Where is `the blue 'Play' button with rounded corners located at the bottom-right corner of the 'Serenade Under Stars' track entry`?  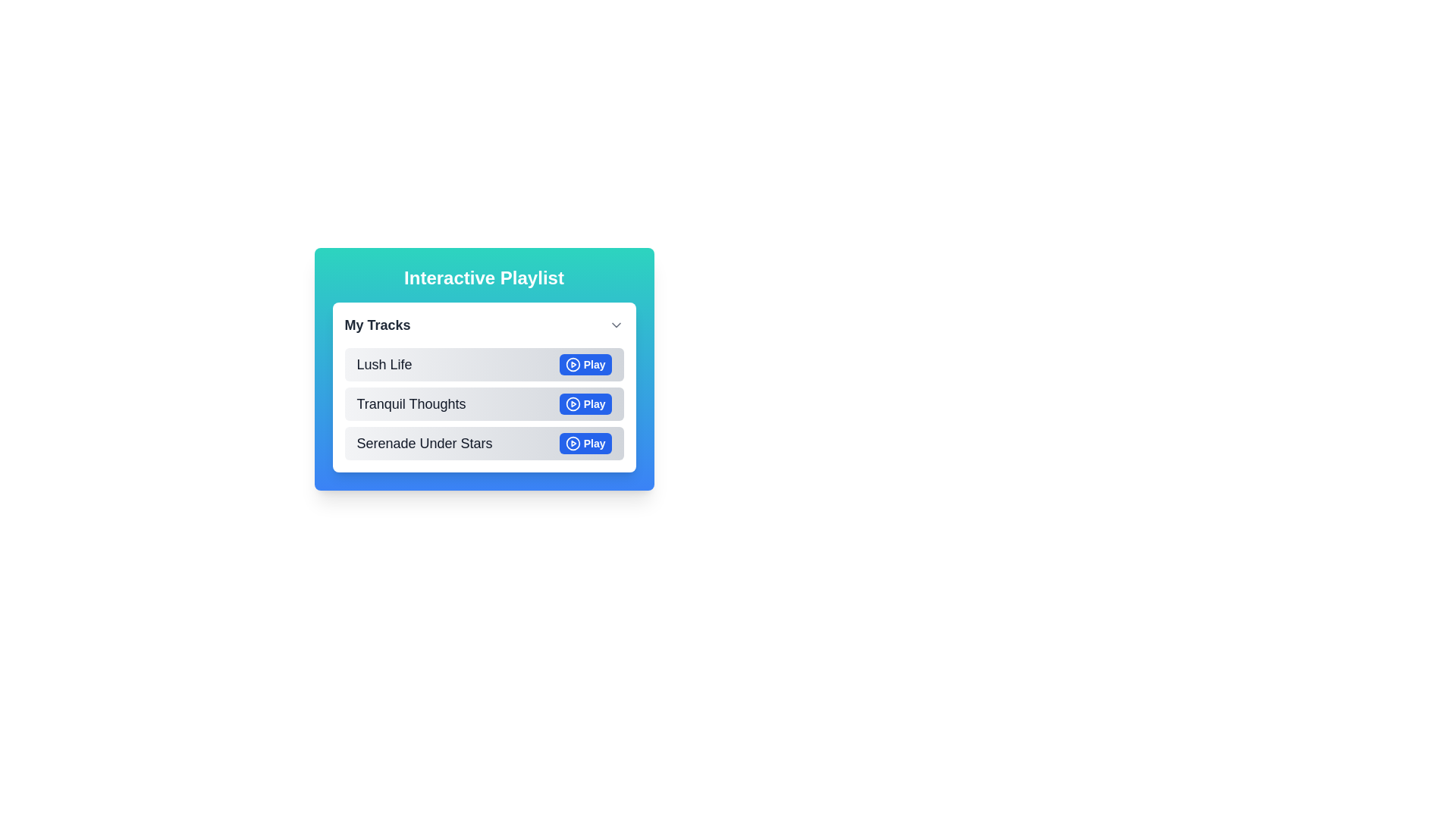 the blue 'Play' button with rounded corners located at the bottom-right corner of the 'Serenade Under Stars' track entry is located at coordinates (585, 444).